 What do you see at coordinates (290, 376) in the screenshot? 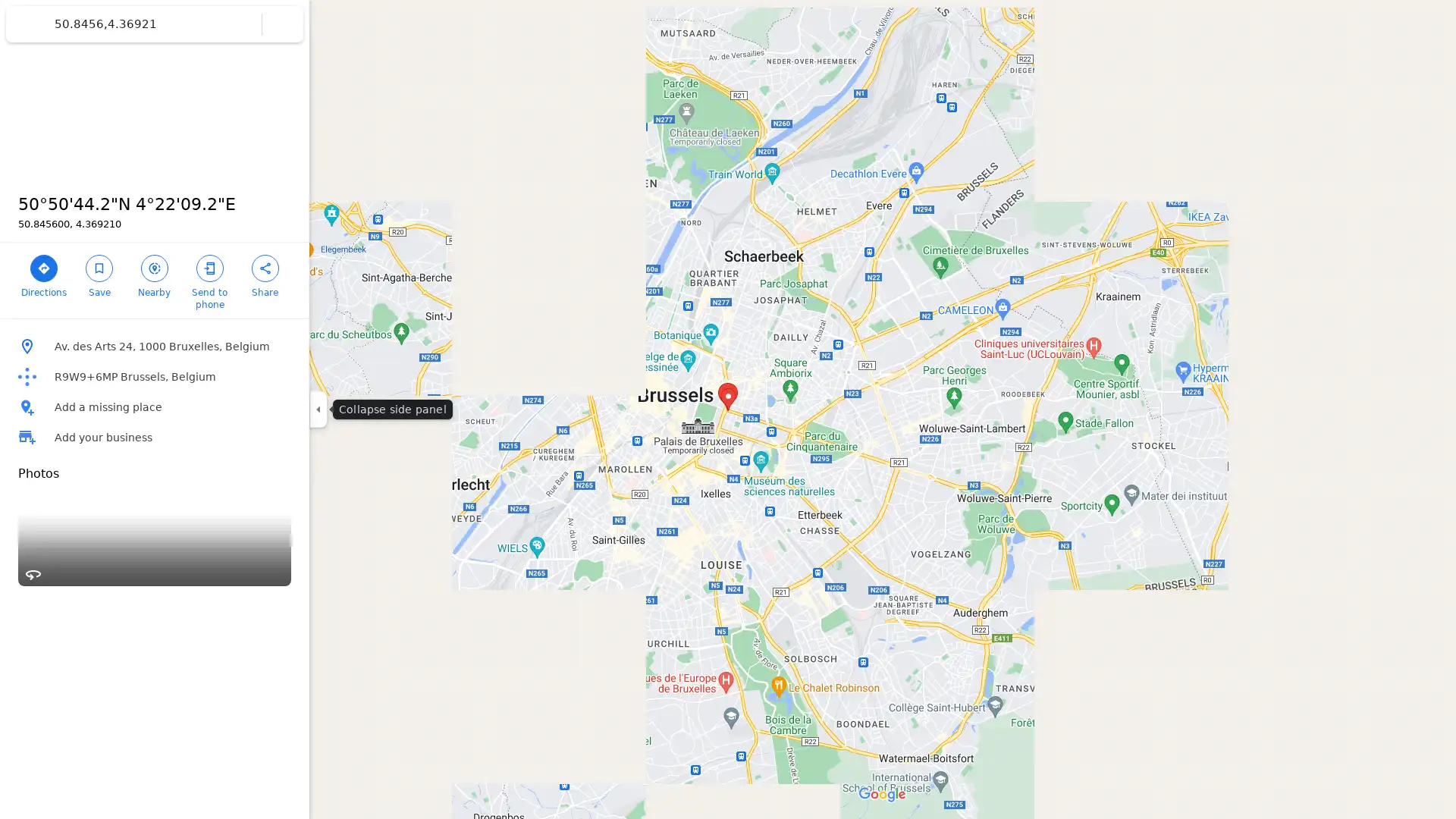
I see `Learn more about plus codes` at bounding box center [290, 376].